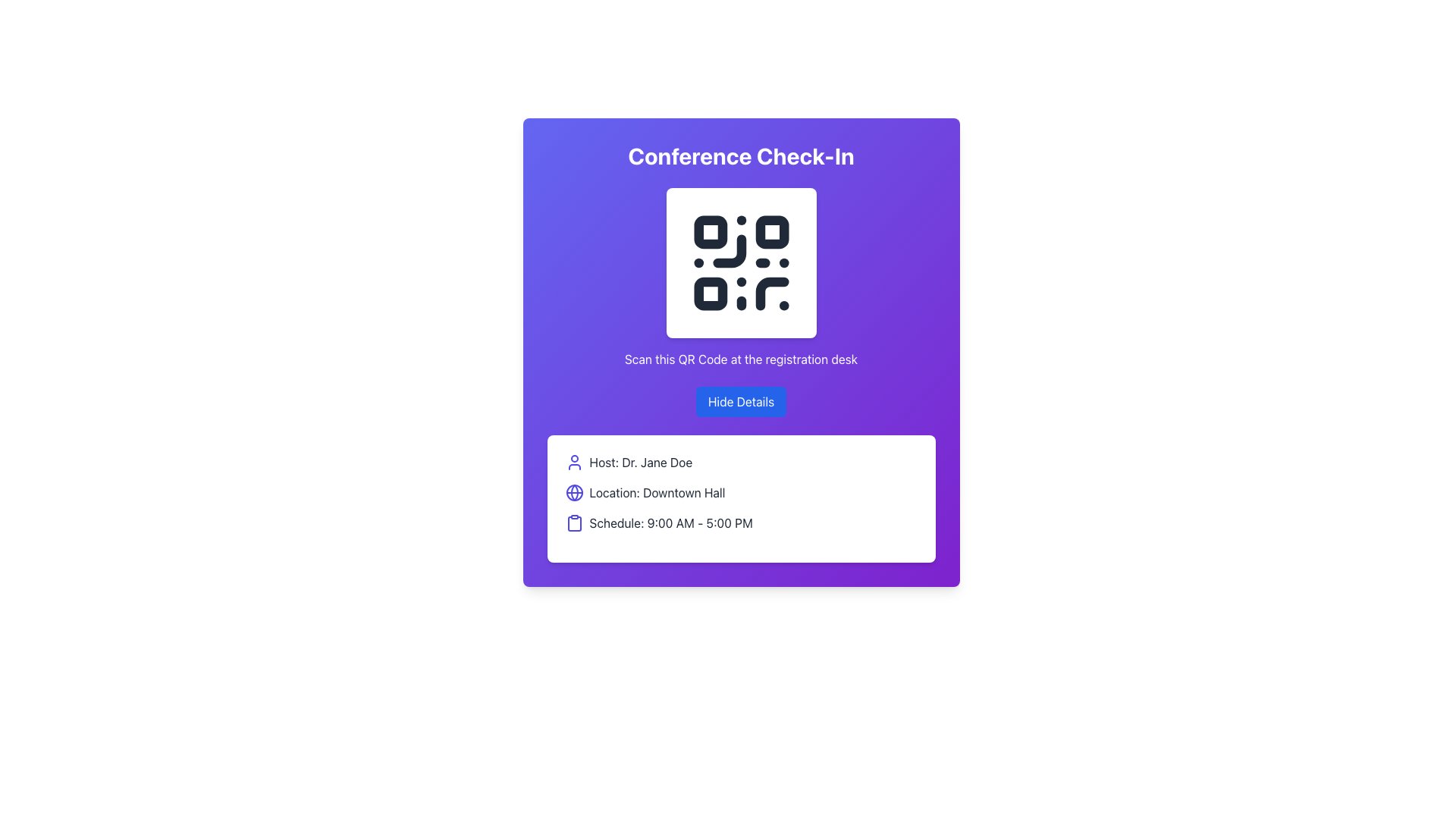 The height and width of the screenshot is (819, 1456). What do you see at coordinates (741, 400) in the screenshot?
I see `the button located below the text 'Scan this QR Code at the registration desk' to hide the details about the event, which include the host, location, and schedule` at bounding box center [741, 400].